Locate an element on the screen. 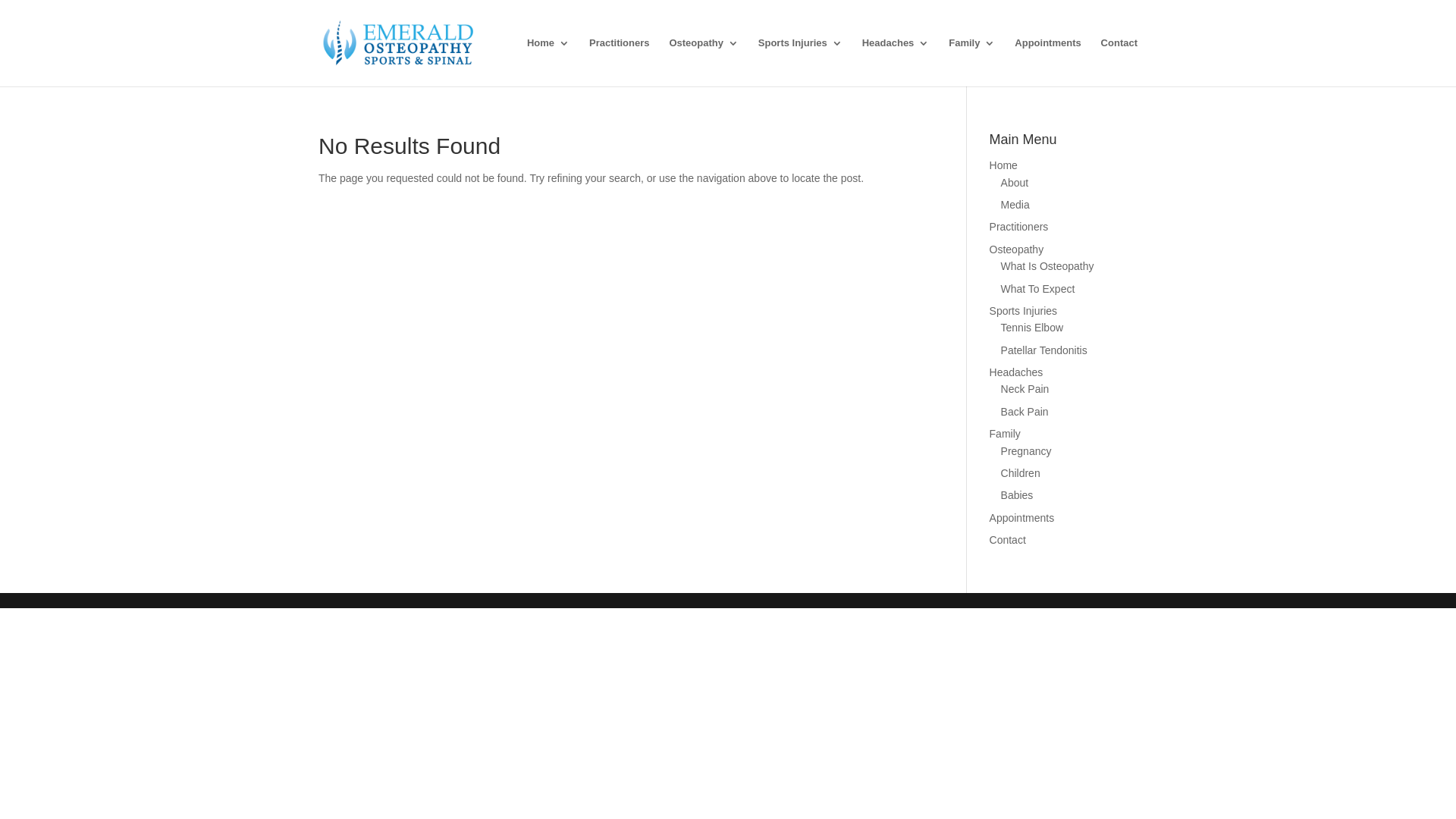  'Neck Pain' is located at coordinates (1025, 388).